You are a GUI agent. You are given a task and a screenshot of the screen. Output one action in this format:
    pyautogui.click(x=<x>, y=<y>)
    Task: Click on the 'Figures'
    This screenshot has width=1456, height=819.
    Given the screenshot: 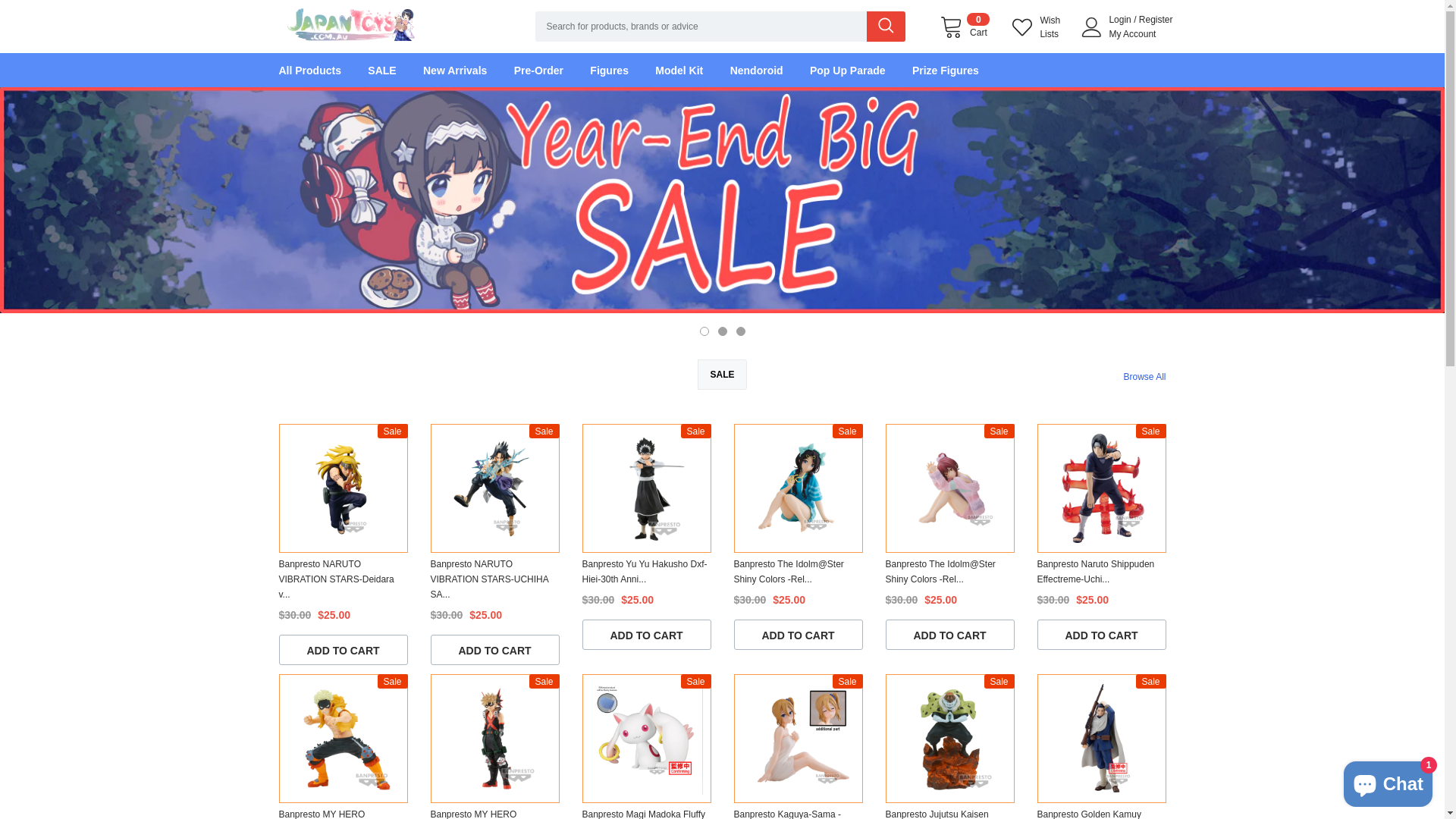 What is the action you would take?
    pyautogui.click(x=588, y=70)
    